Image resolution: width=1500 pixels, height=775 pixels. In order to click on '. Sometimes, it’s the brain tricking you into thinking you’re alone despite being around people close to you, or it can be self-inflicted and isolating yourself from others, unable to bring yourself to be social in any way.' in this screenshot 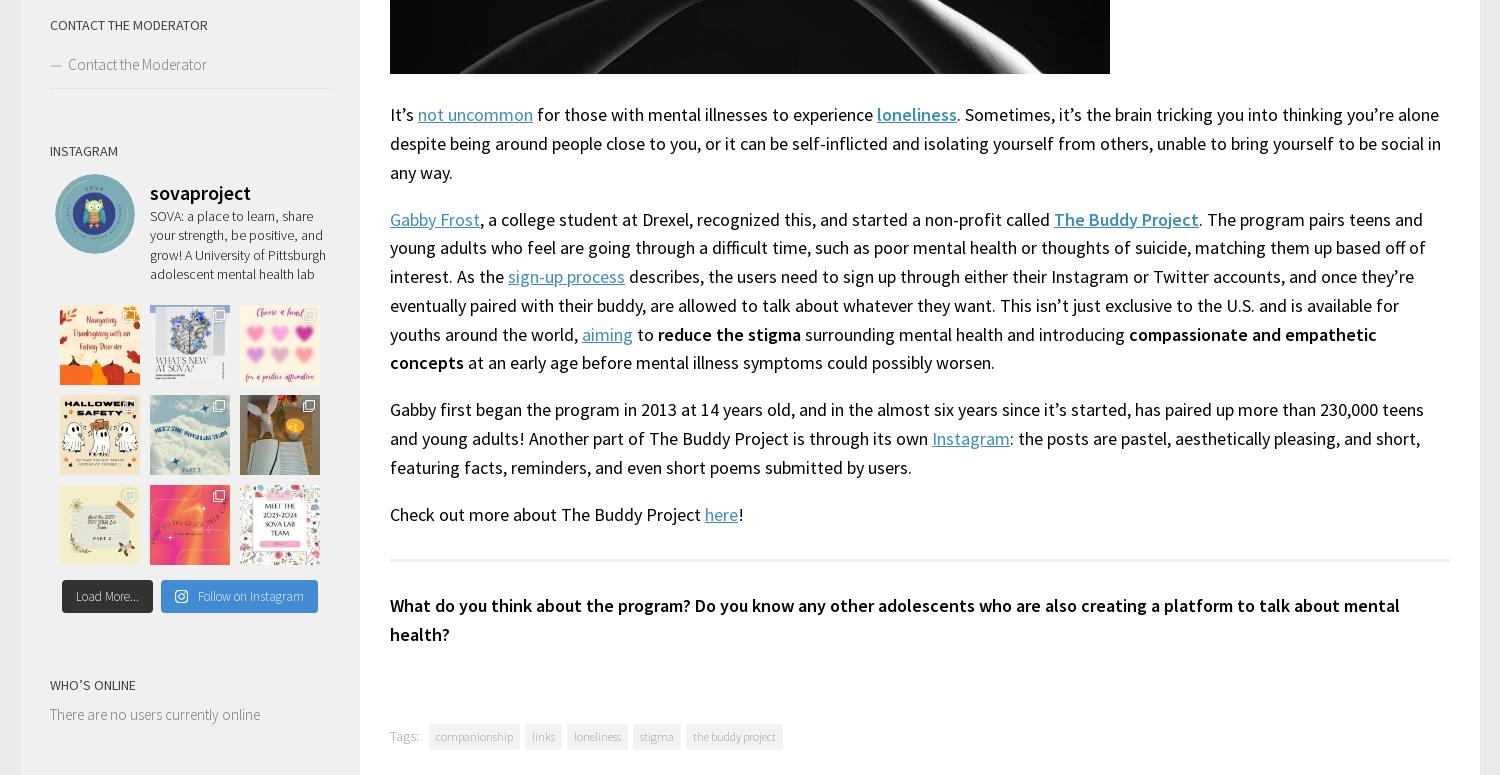, I will do `click(915, 141)`.